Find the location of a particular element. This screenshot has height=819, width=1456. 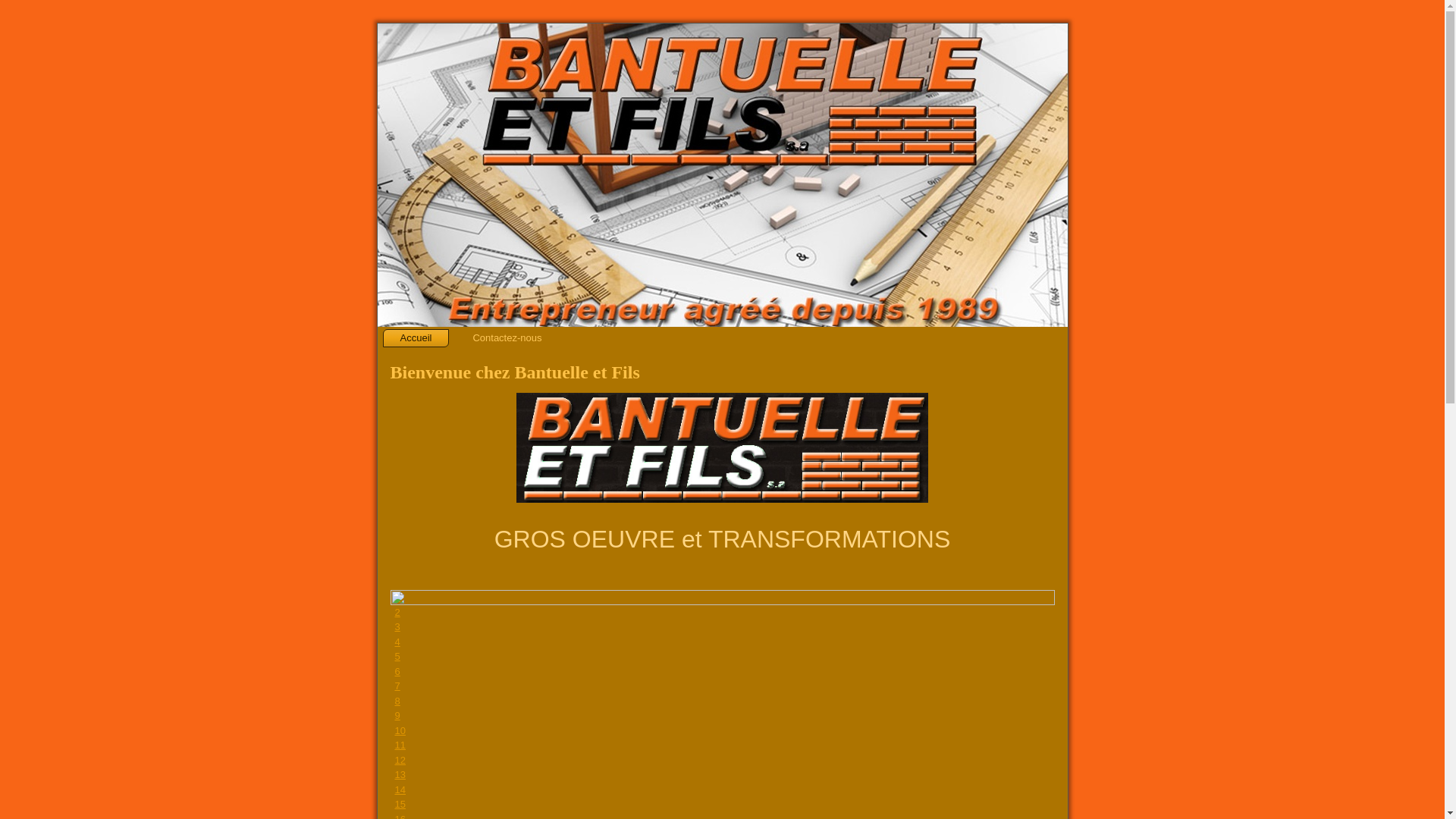

'14' is located at coordinates (400, 789).